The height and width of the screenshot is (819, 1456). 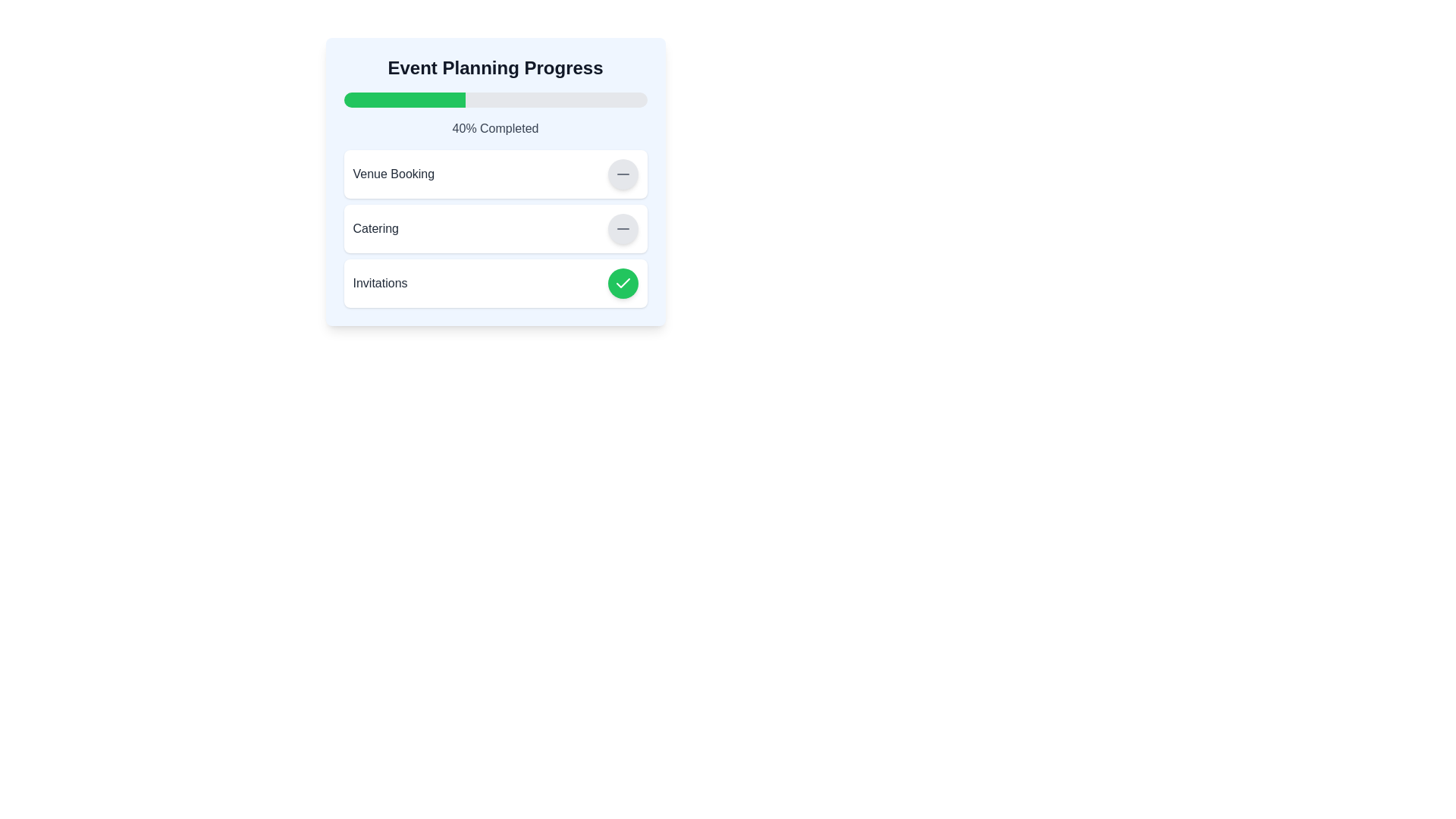 I want to click on the button located to the right of the 'Catering' label, so click(x=623, y=228).